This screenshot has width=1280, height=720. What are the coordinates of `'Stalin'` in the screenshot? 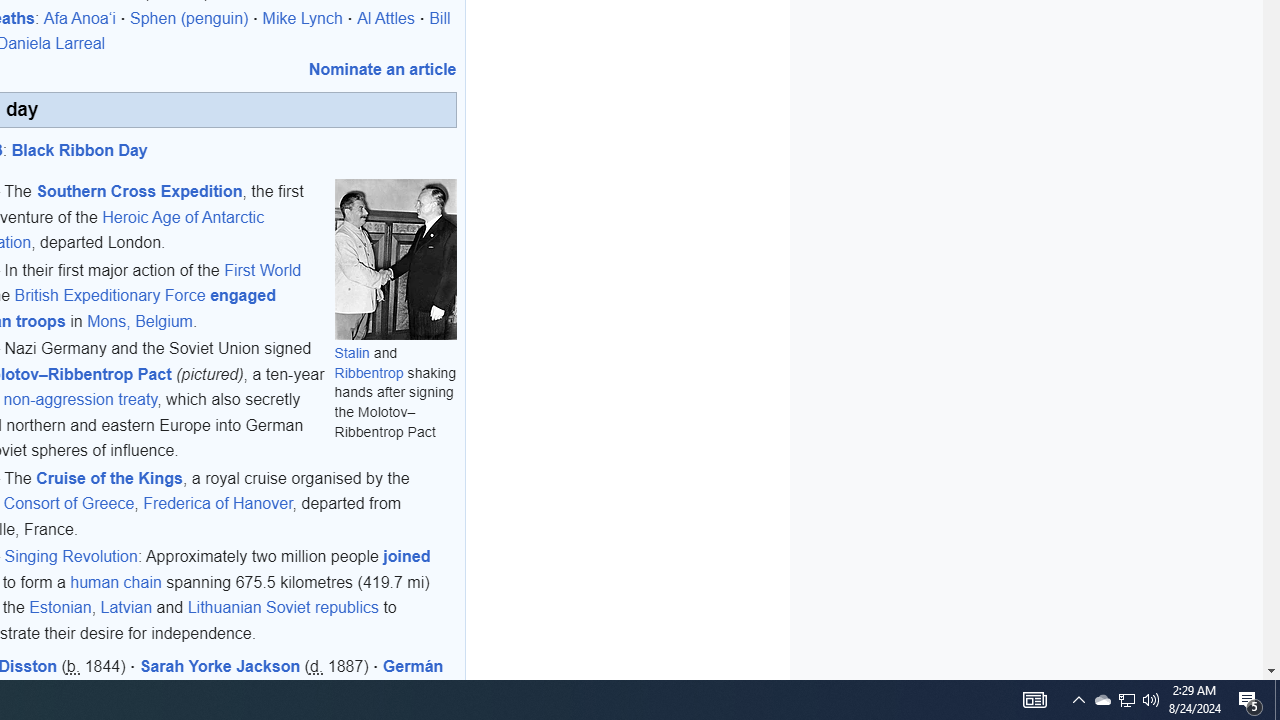 It's located at (352, 351).